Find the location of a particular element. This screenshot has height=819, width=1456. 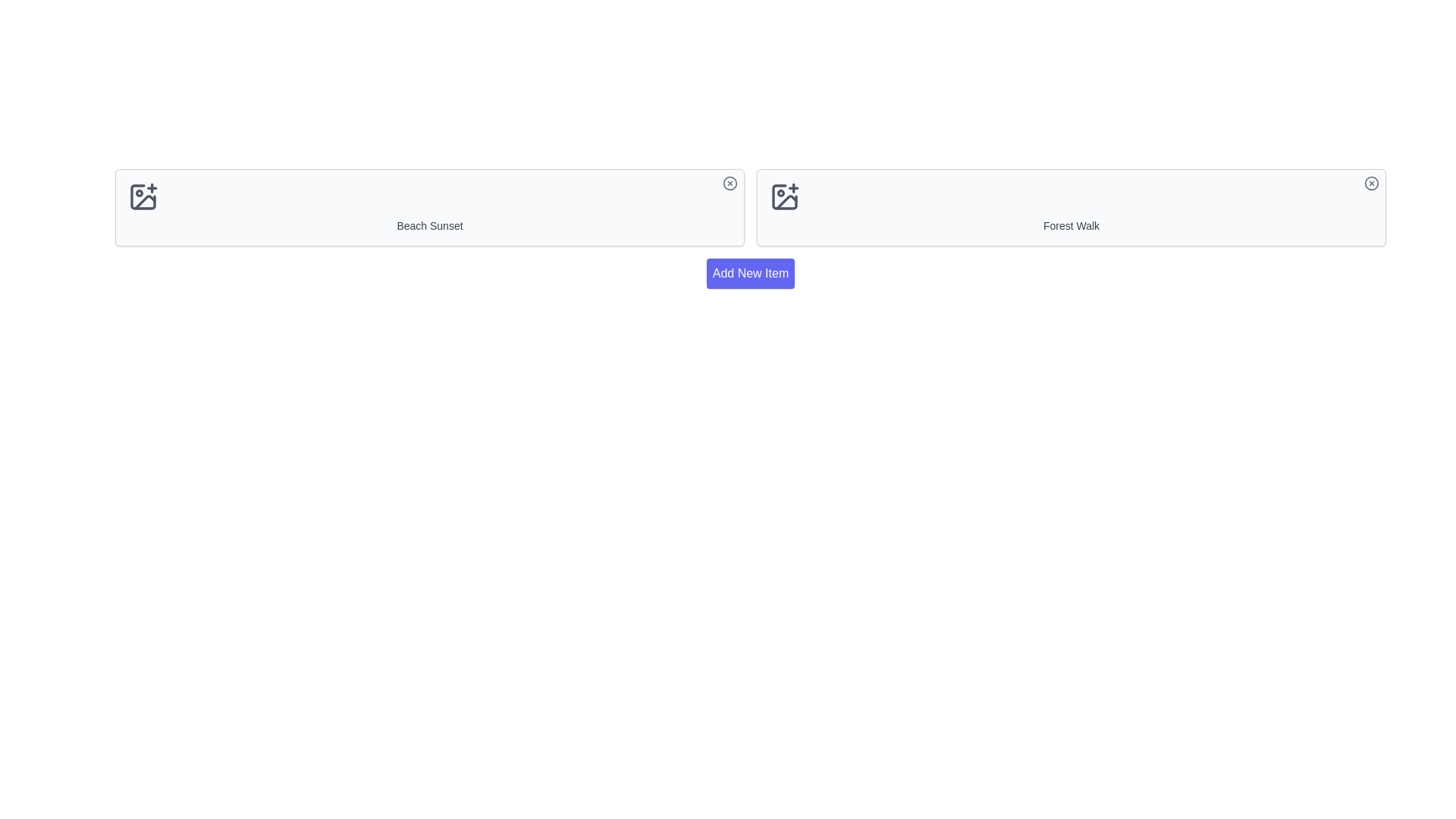

the image upload icon with a plus sign located in the top-right corner of the 'Forest Walk' card is located at coordinates (785, 196).